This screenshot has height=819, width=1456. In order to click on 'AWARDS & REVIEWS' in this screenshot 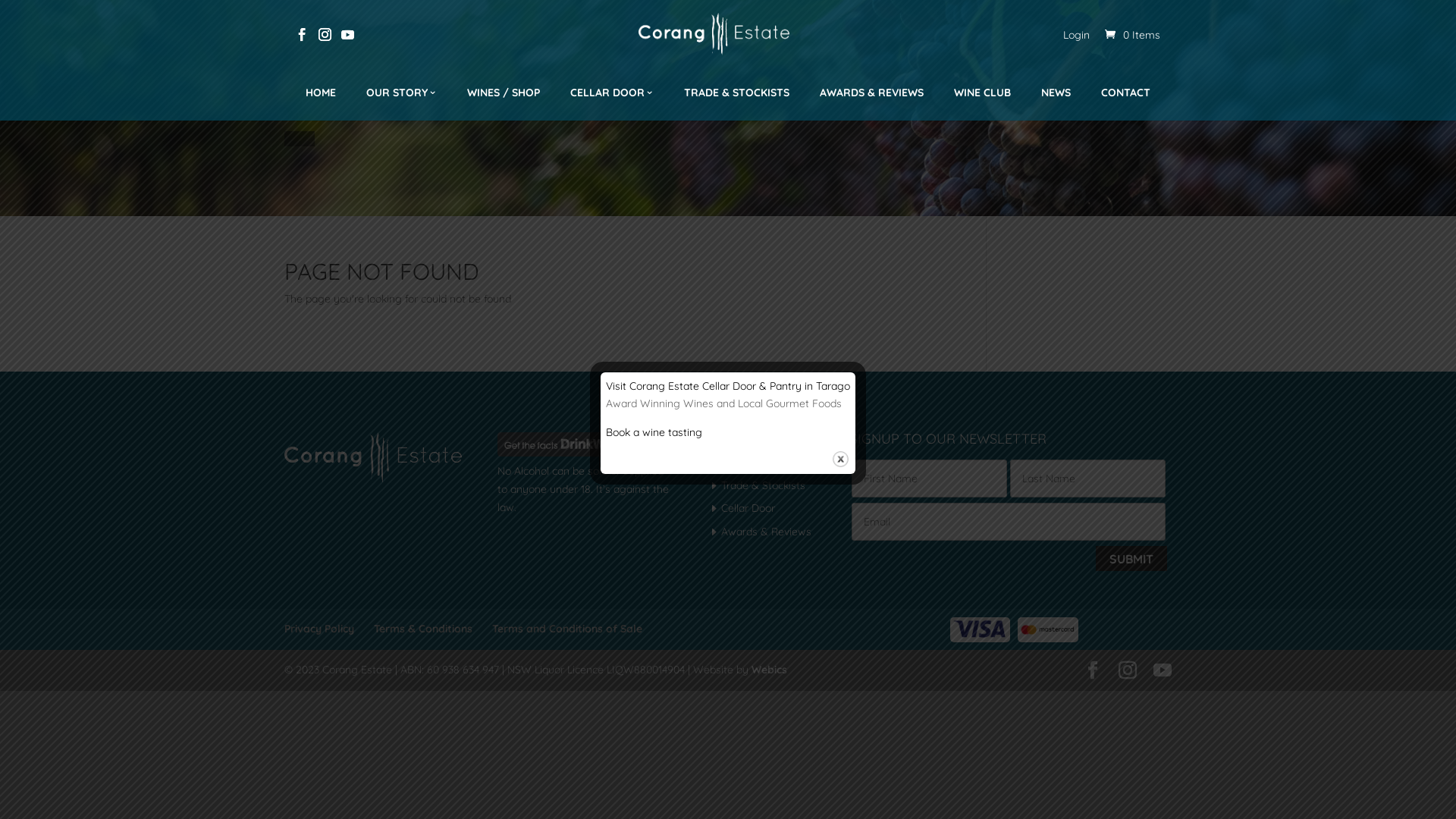, I will do `click(871, 93)`.